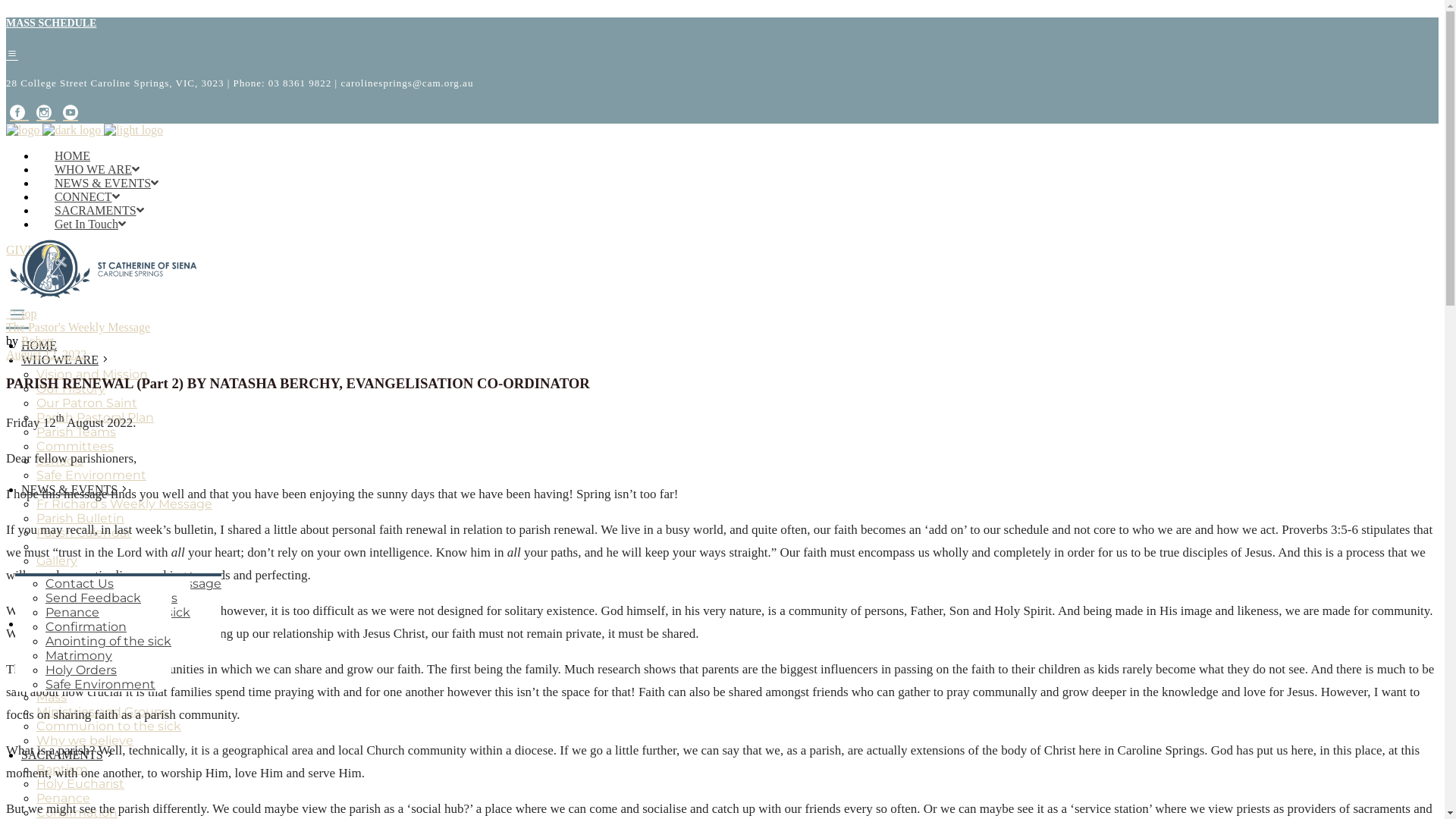 This screenshot has width=1456, height=819. Describe the element at coordinates (45, 582) in the screenshot. I see `'Baptism'` at that location.